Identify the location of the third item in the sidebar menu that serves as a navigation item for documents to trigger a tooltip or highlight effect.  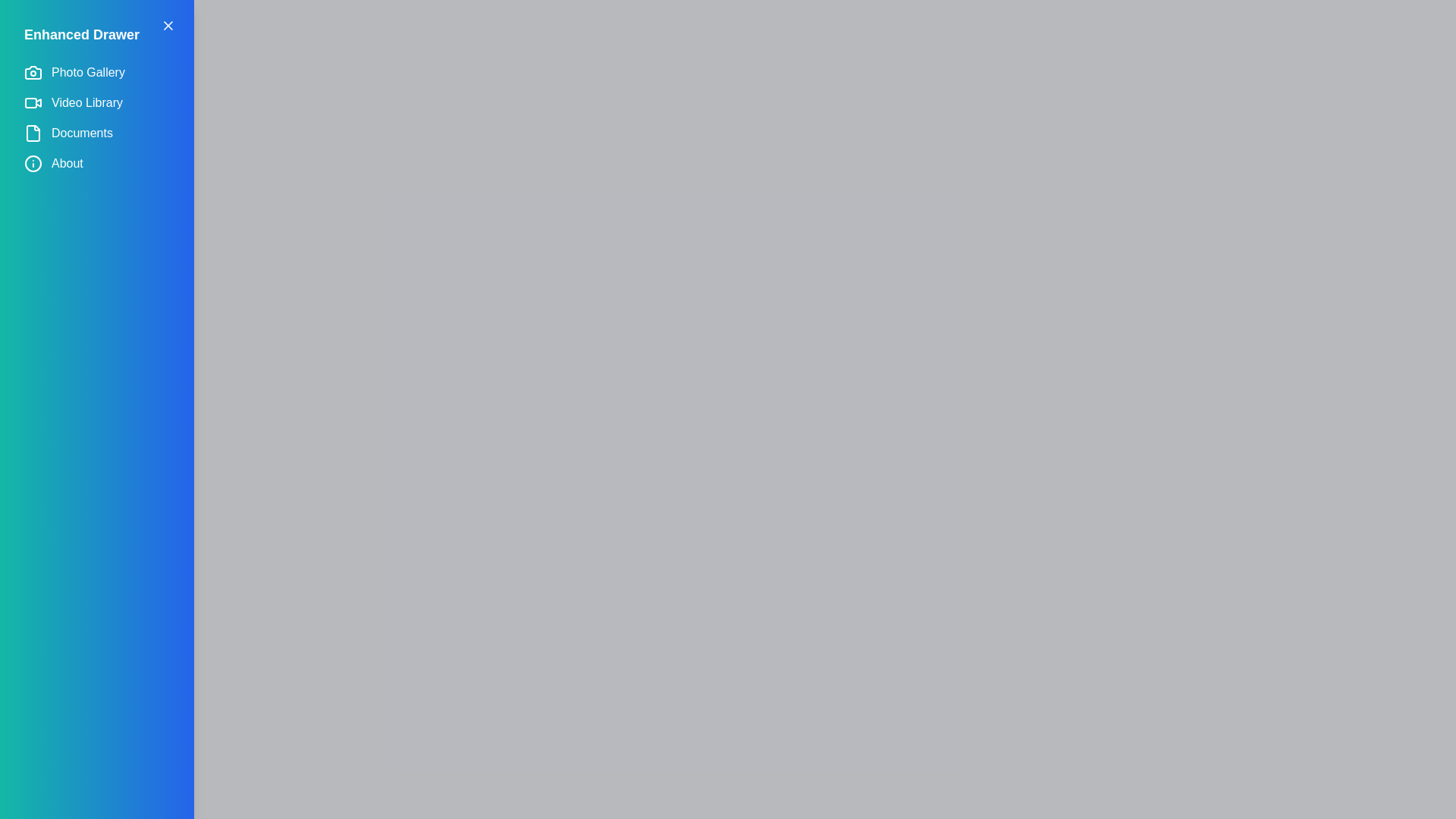
(96, 133).